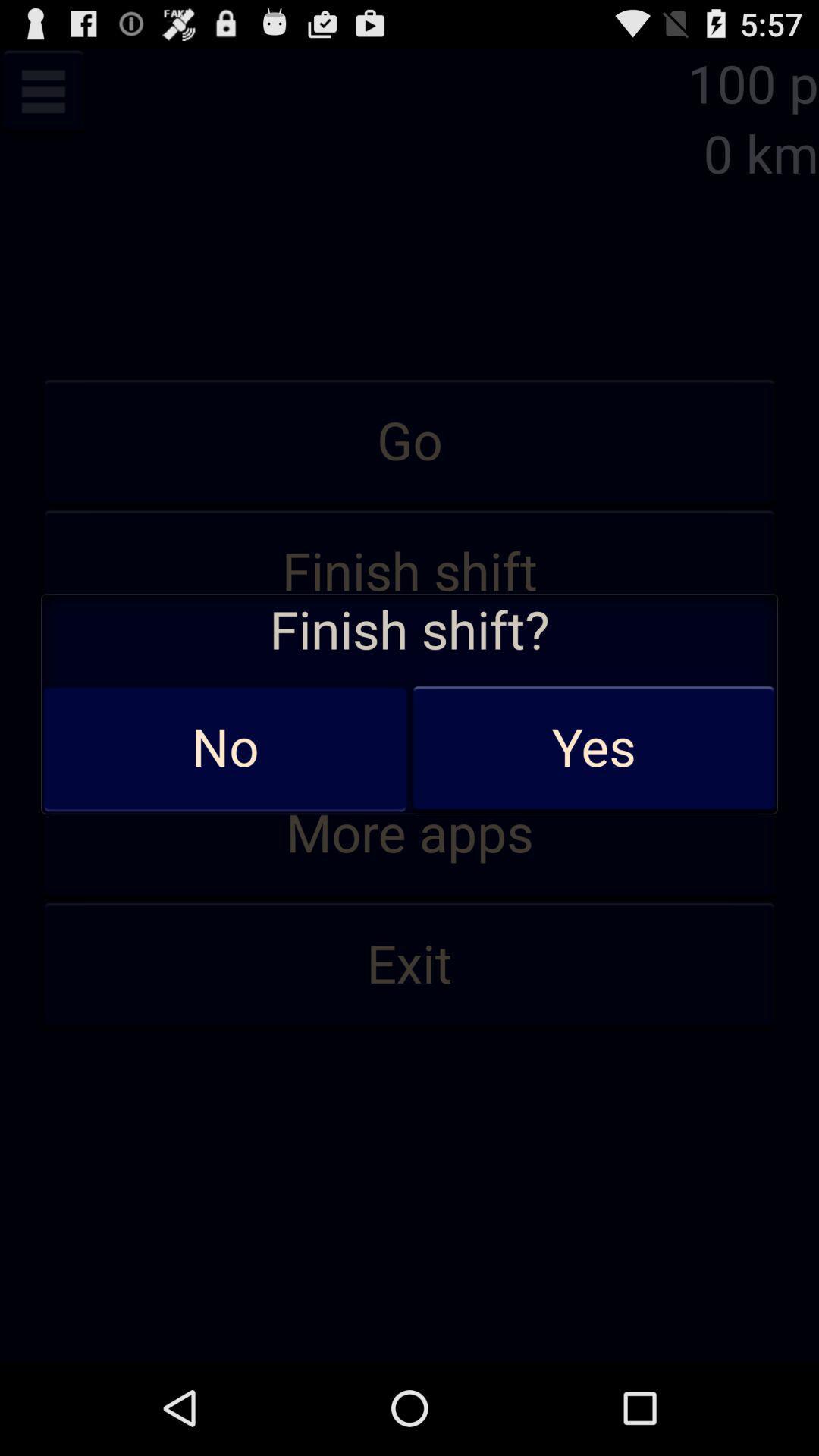 The height and width of the screenshot is (1456, 819). Describe the element at coordinates (593, 748) in the screenshot. I see `the app below the finish shift? icon` at that location.